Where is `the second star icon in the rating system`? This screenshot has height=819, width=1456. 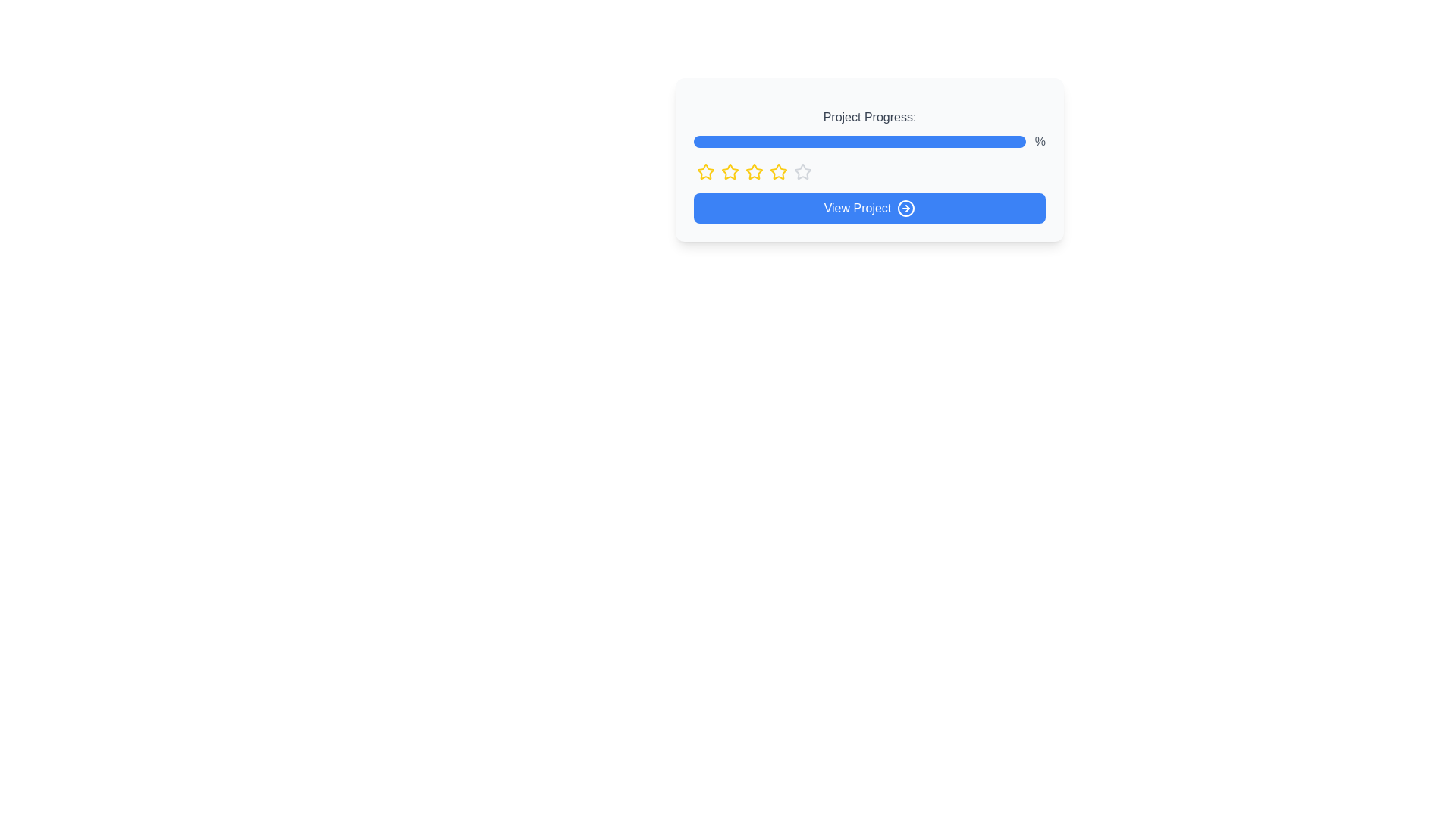 the second star icon in the rating system is located at coordinates (730, 171).